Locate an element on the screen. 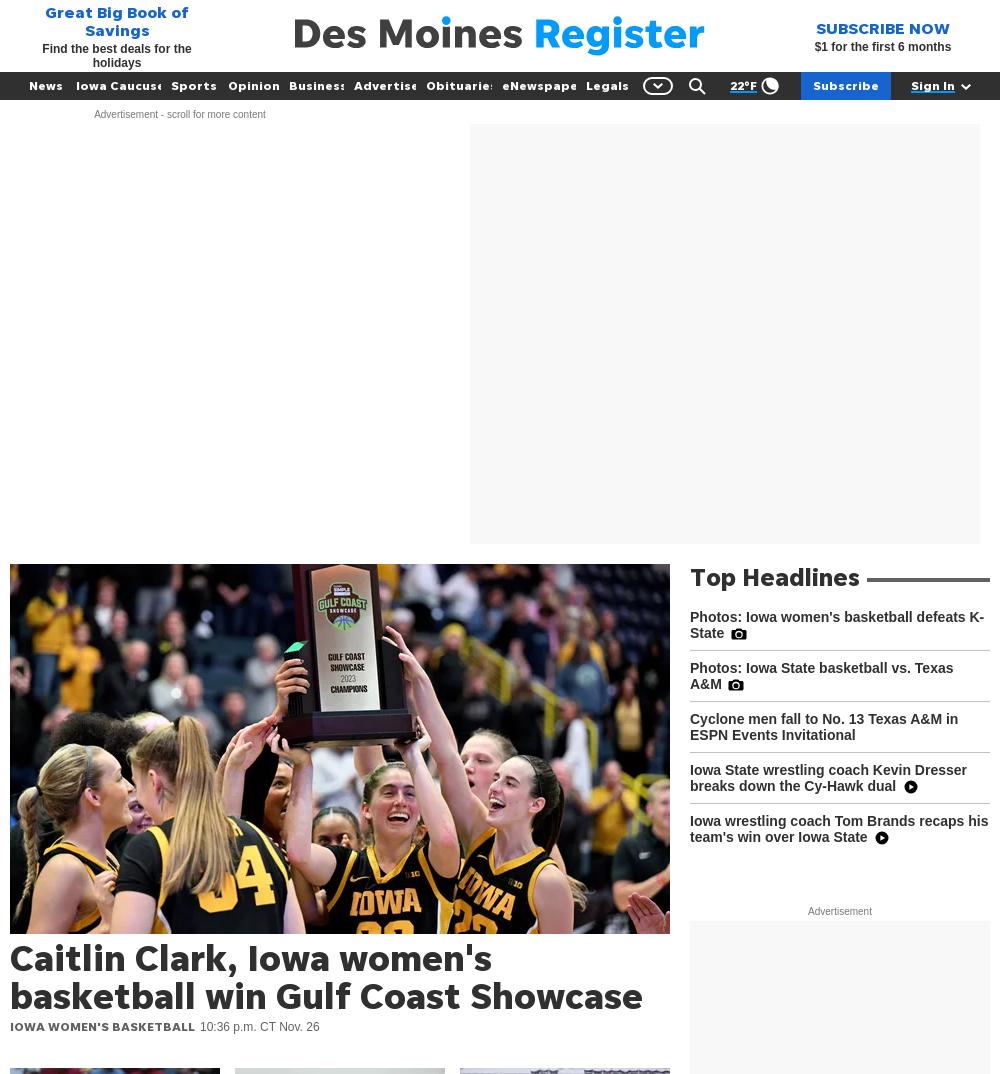 The height and width of the screenshot is (1074, 1000). 'Legals' is located at coordinates (606, 85).